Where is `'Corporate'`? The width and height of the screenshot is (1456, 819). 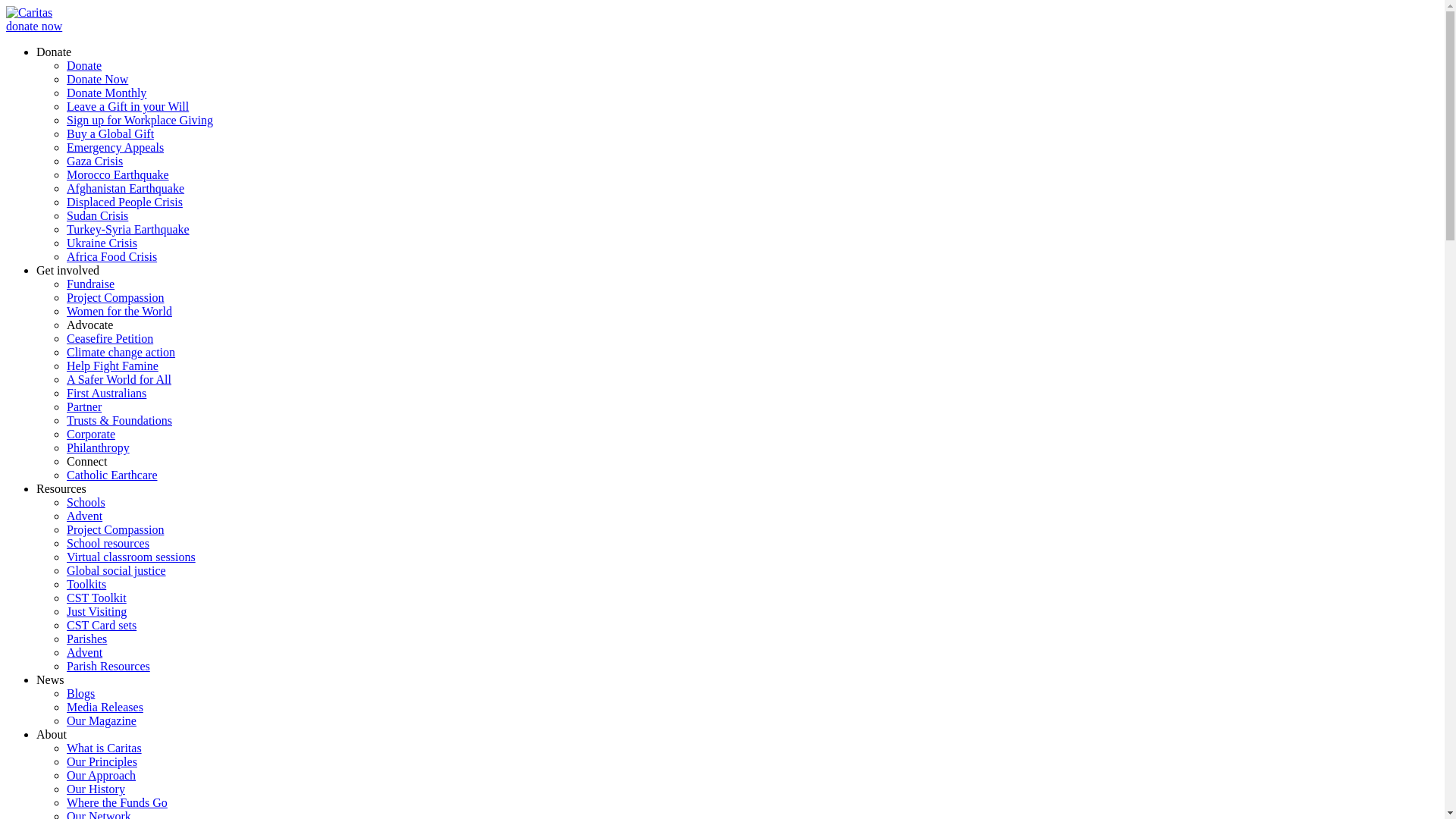
'Corporate' is located at coordinates (90, 434).